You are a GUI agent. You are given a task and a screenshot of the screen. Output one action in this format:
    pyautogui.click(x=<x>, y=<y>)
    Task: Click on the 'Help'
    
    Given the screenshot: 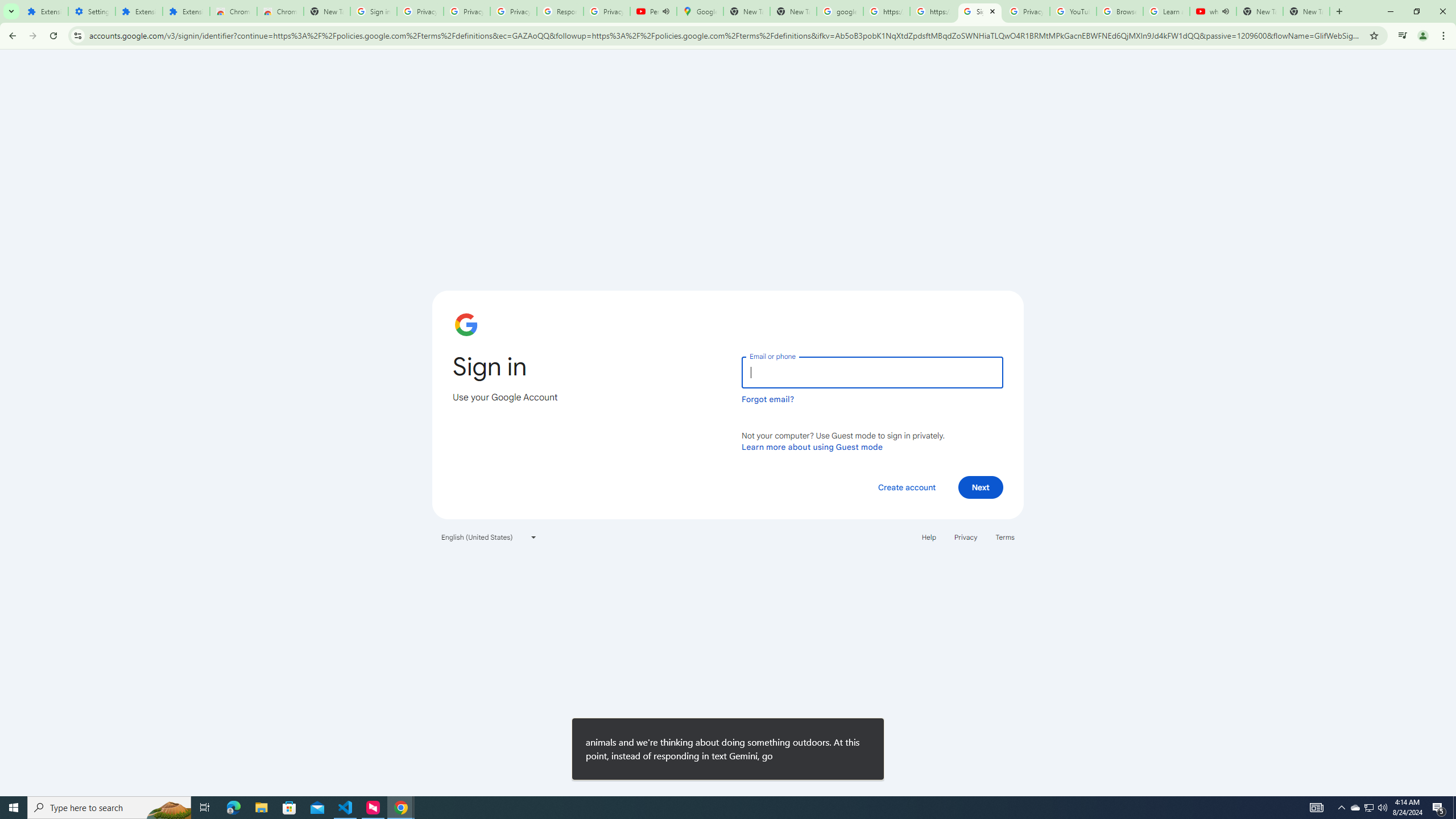 What is the action you would take?
    pyautogui.click(x=928, y=536)
    